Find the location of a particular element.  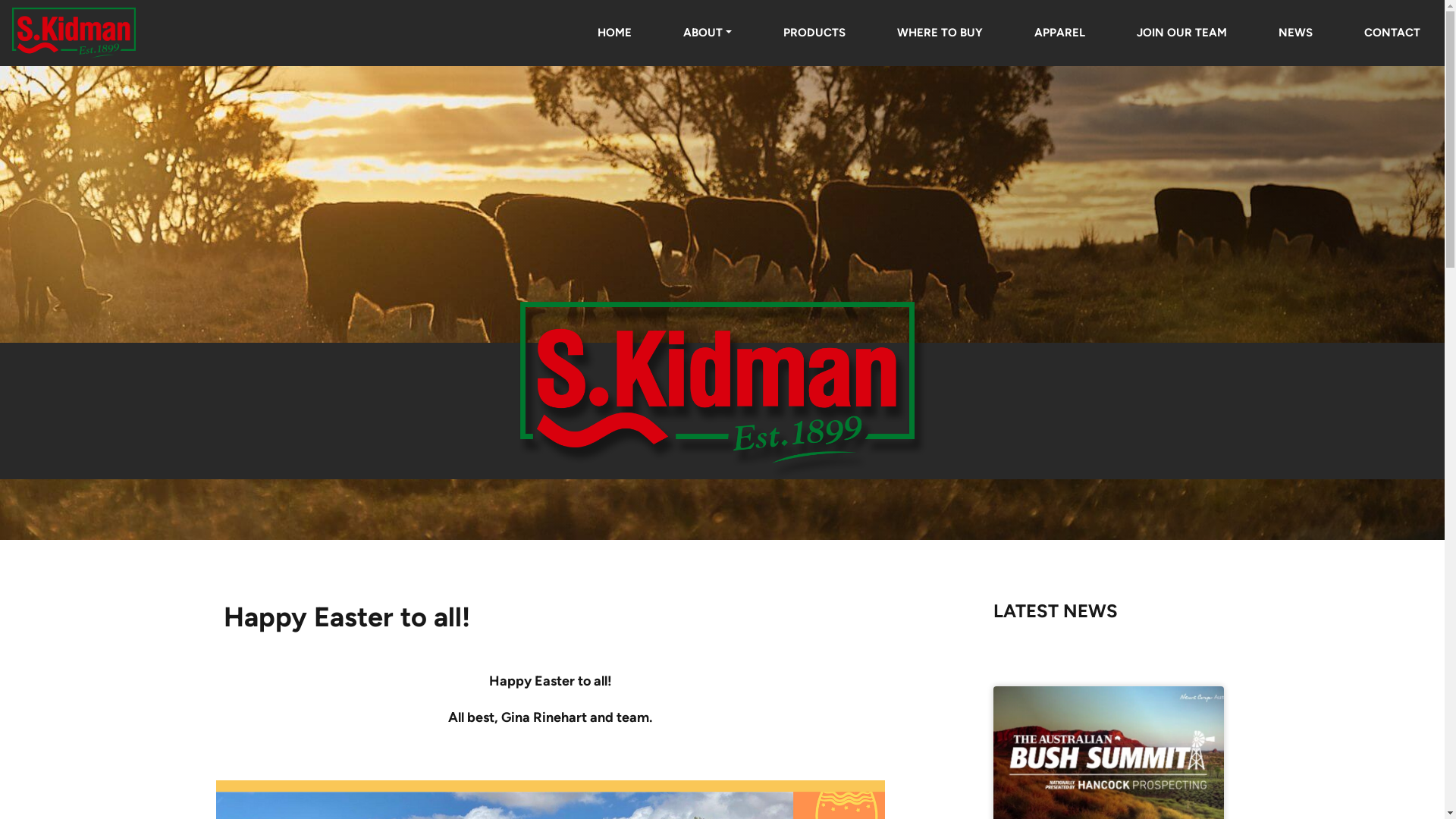

'NEWS' is located at coordinates (1294, 32).